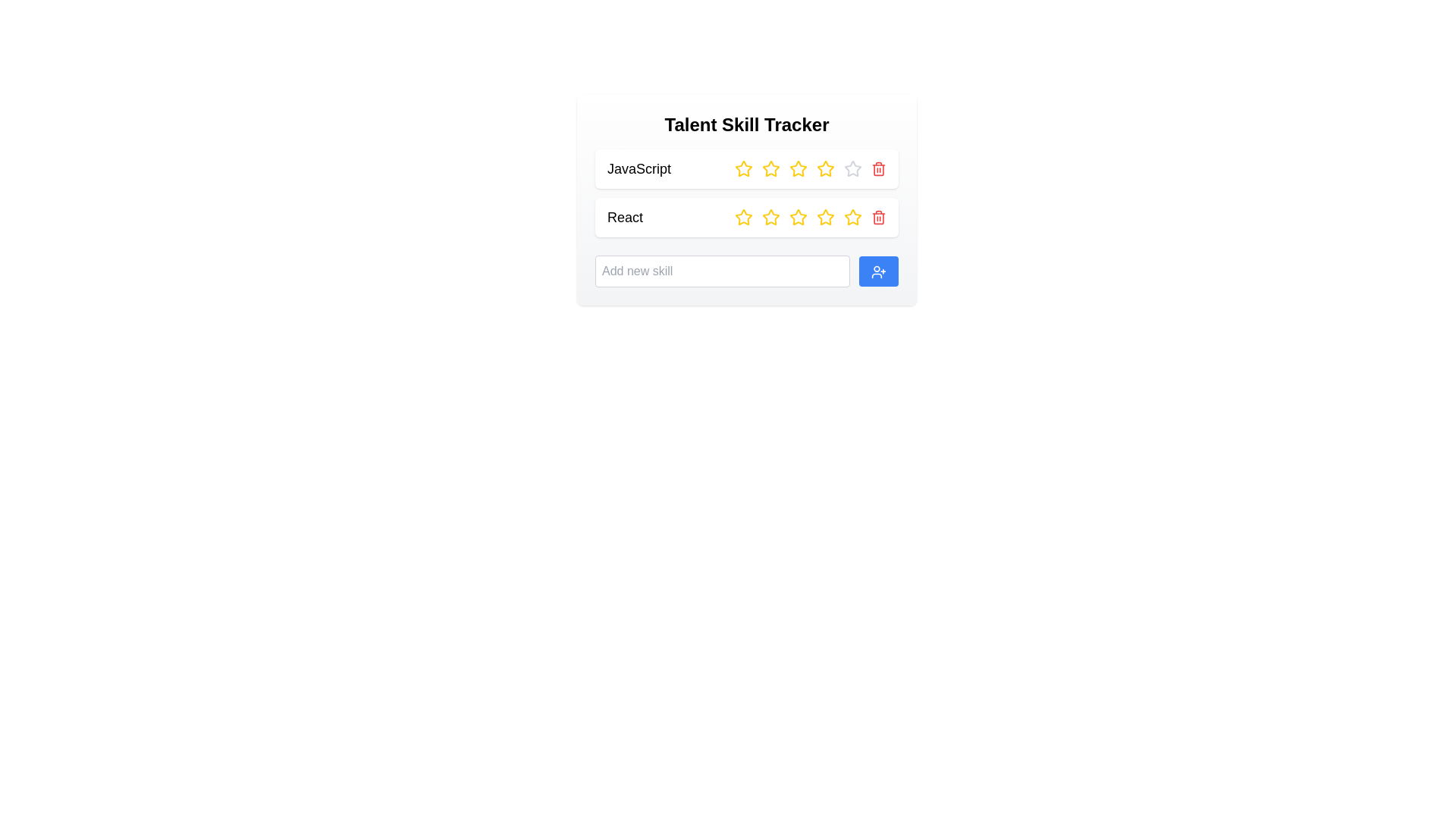 Image resolution: width=1456 pixels, height=819 pixels. What do you see at coordinates (825, 217) in the screenshot?
I see `the fifth star icon in the rating row labeled 'React' on the 'Talent Skill Tracker' card` at bounding box center [825, 217].